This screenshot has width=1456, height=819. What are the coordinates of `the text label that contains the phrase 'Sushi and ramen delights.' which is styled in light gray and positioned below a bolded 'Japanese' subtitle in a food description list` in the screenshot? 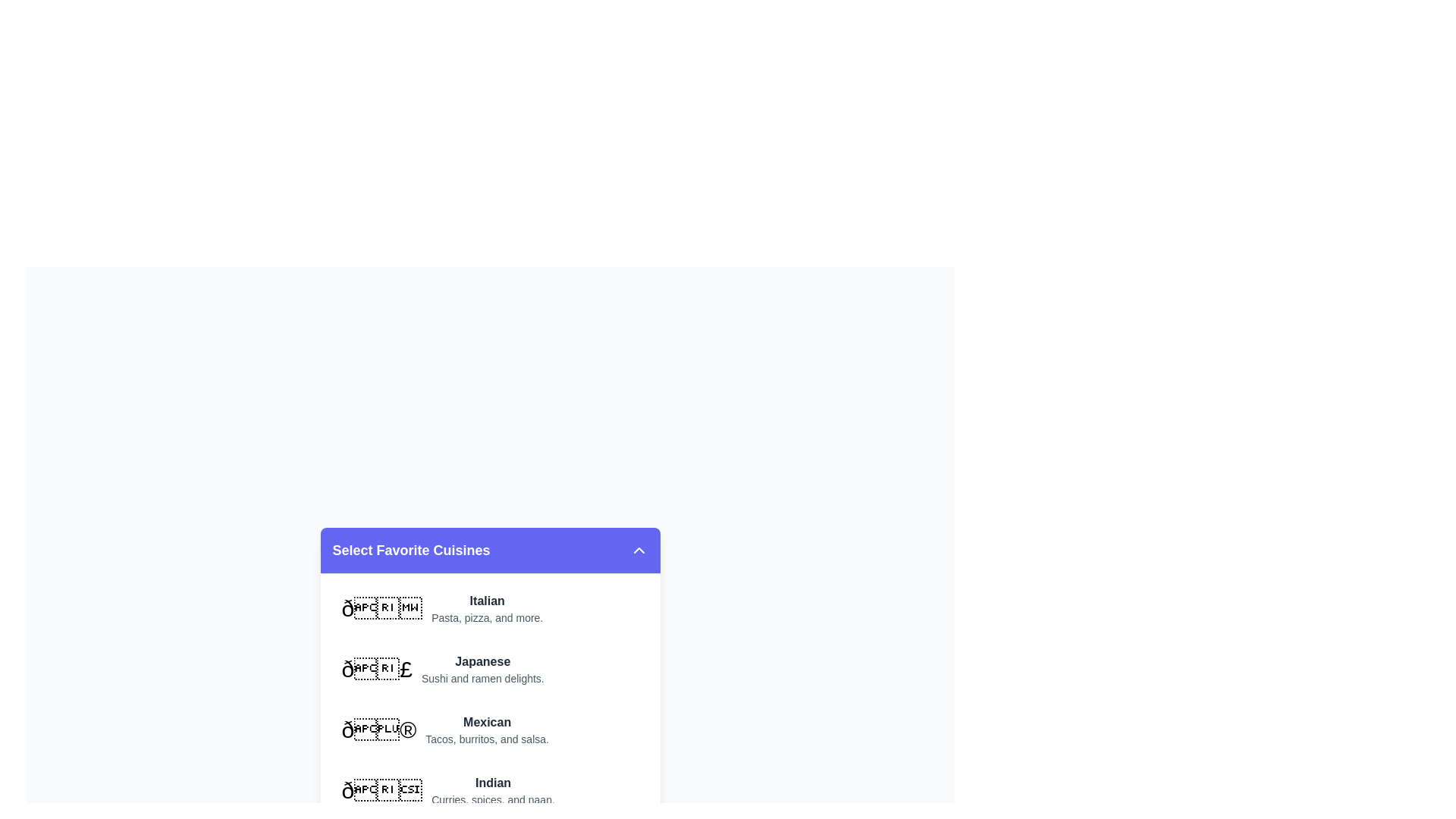 It's located at (482, 677).